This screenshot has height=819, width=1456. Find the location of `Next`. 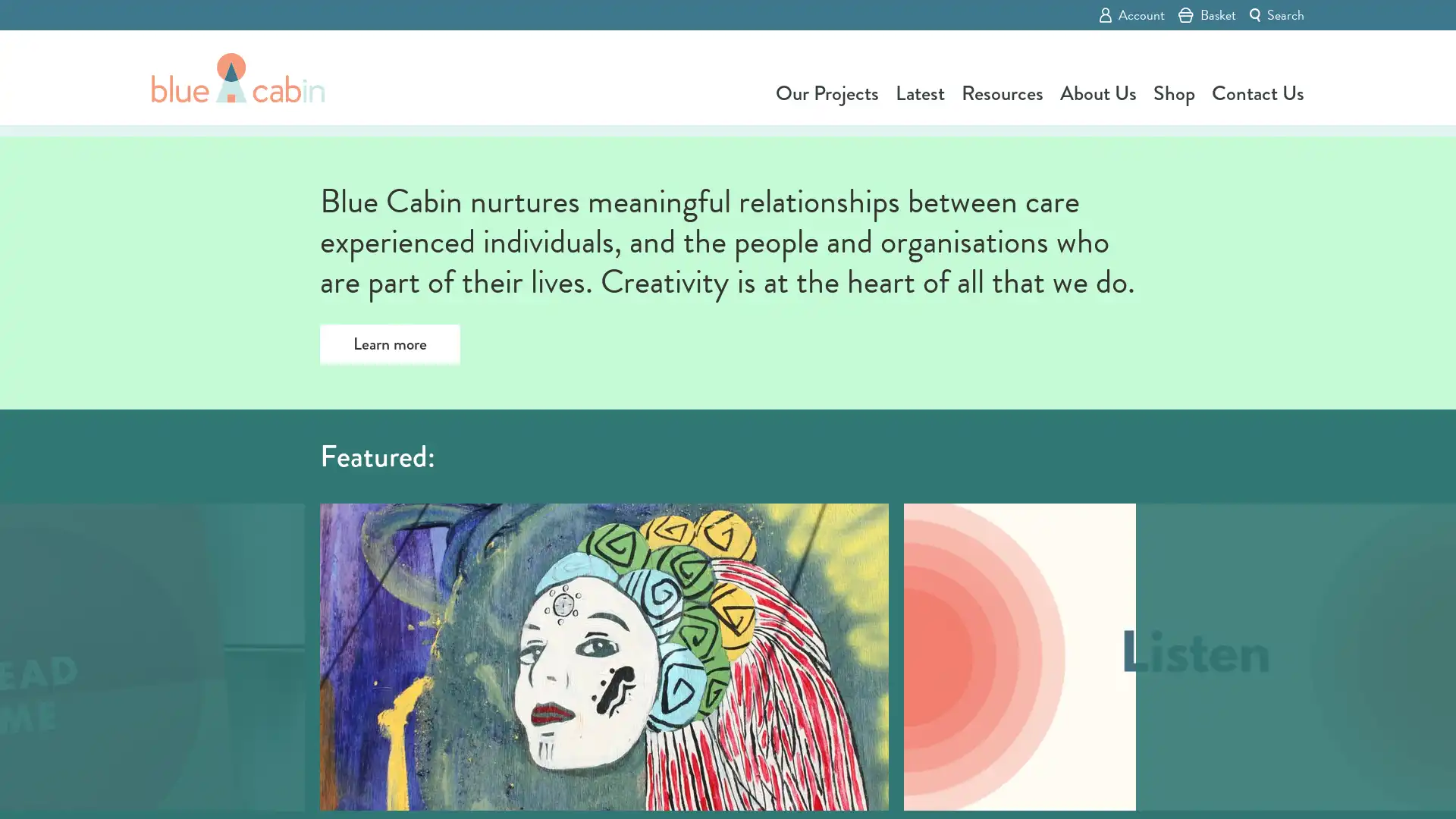

Next is located at coordinates (1165, 722).